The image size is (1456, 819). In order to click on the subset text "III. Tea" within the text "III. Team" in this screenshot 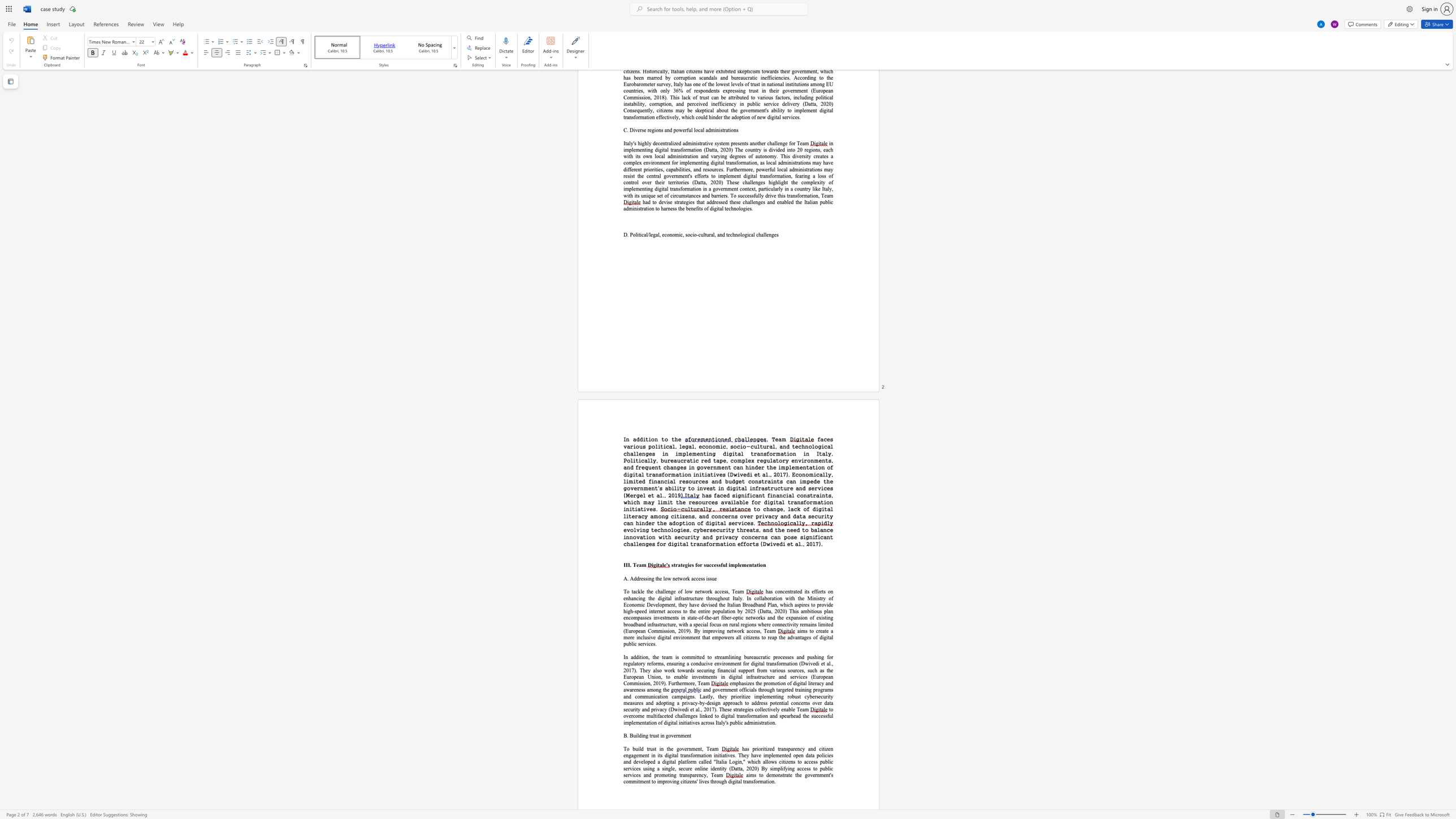, I will do `click(623, 564)`.